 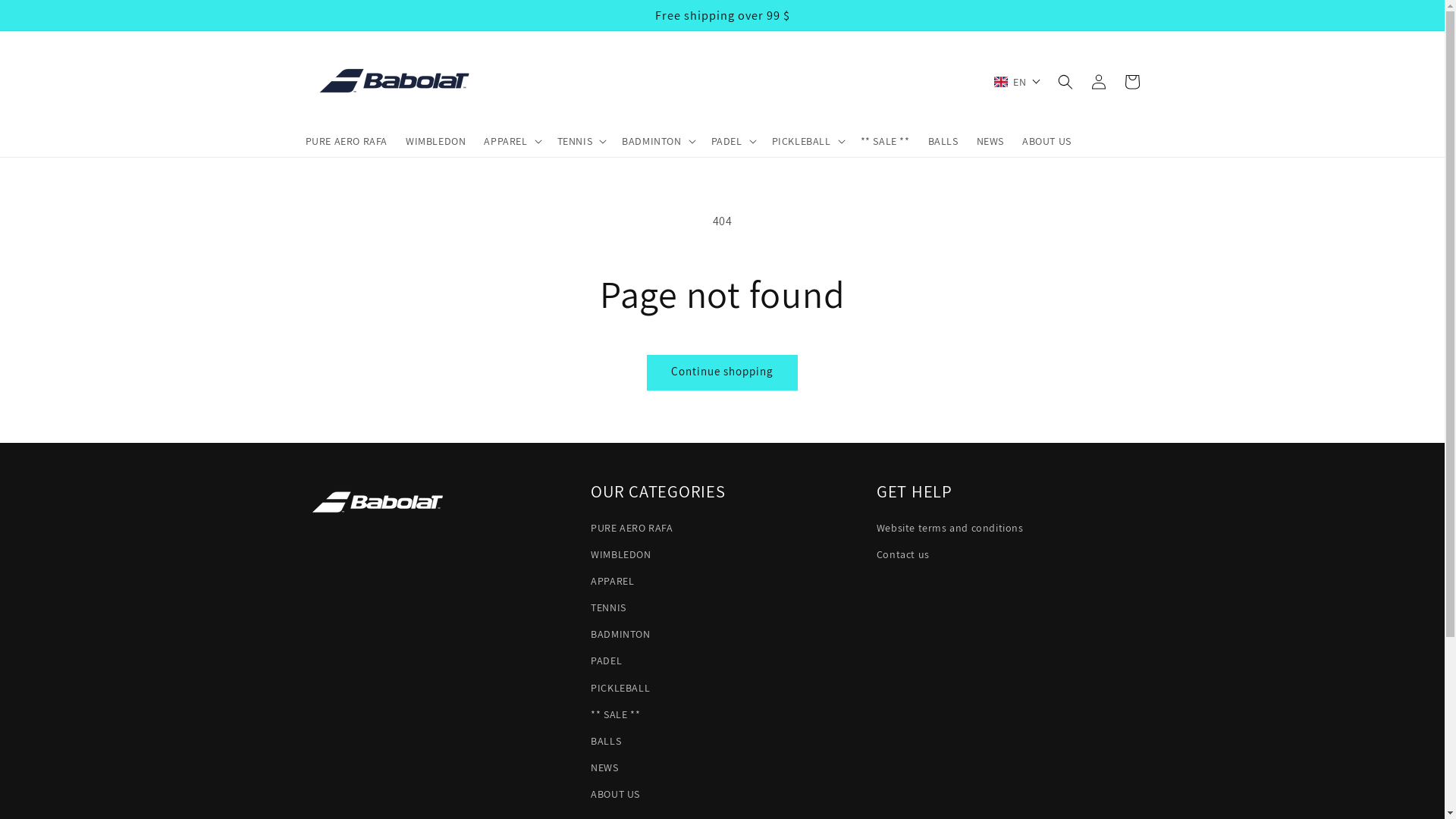 What do you see at coordinates (648, 372) in the screenshot?
I see `'Continue shopping'` at bounding box center [648, 372].